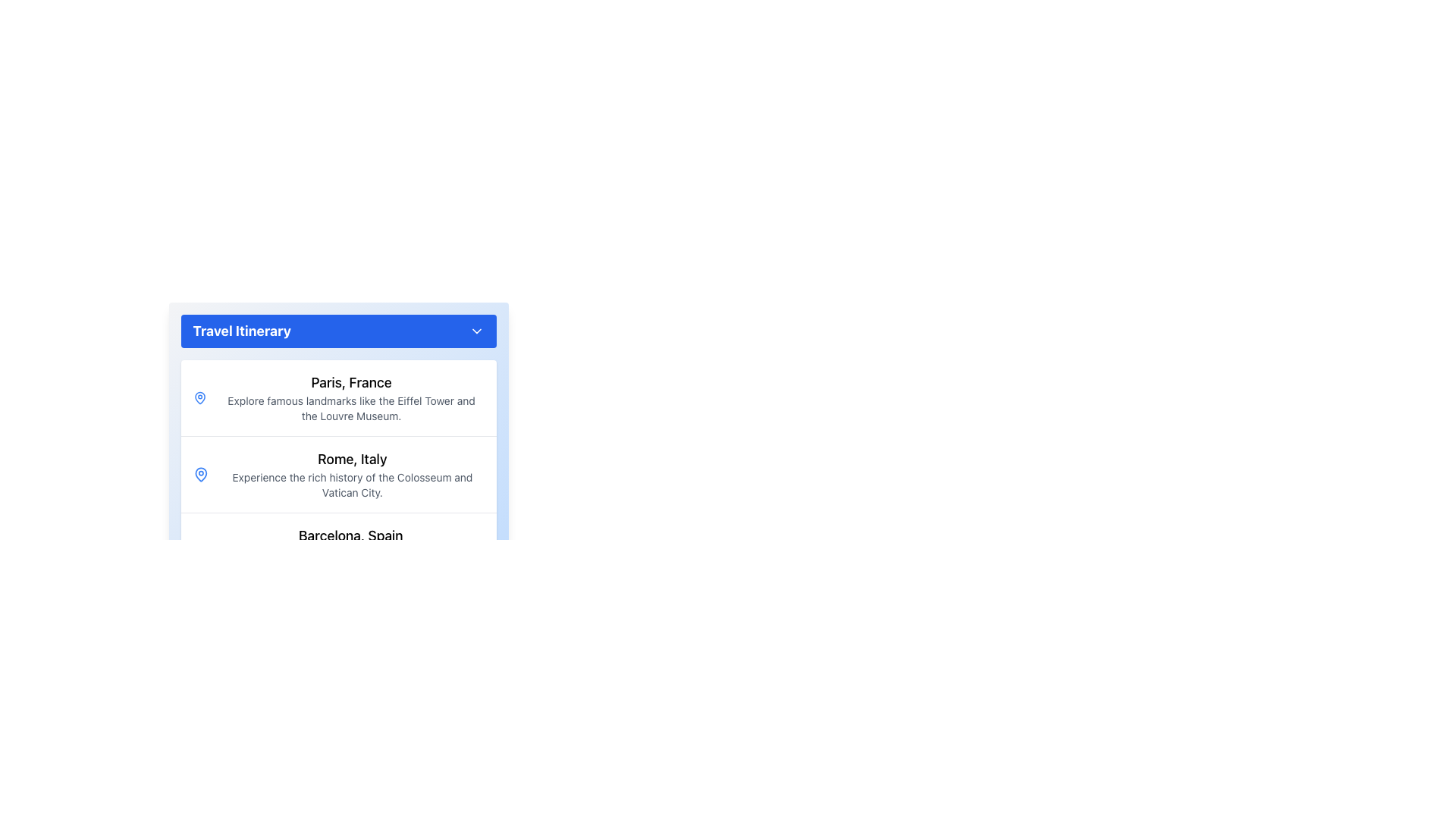 This screenshot has width=1456, height=819. What do you see at coordinates (475, 330) in the screenshot?
I see `the downward-pointing chevron arrow icon located in the upper-right corner of the blue header section labeled 'Travel Itinerary'` at bounding box center [475, 330].